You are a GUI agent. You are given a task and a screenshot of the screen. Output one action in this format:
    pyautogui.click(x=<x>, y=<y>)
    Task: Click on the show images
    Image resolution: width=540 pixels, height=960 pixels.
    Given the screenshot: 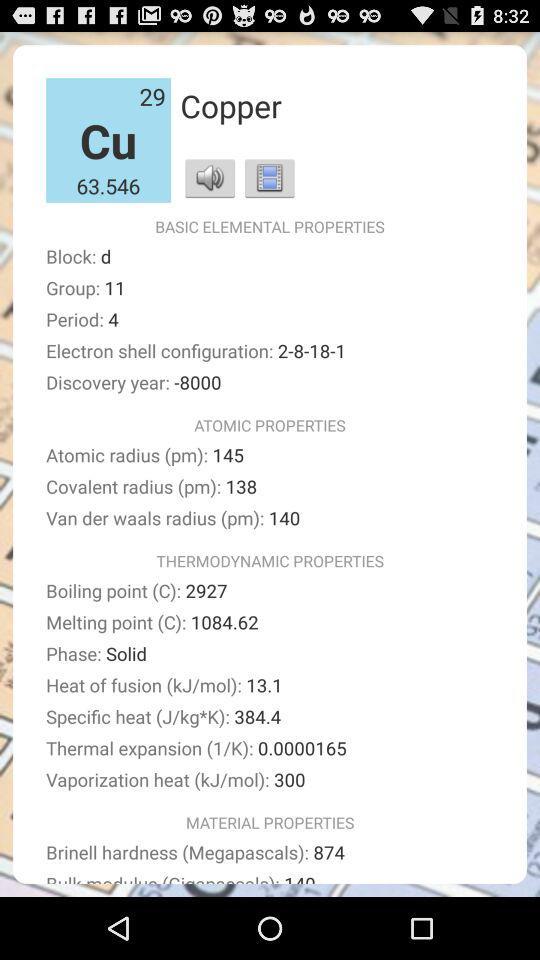 What is the action you would take?
    pyautogui.click(x=269, y=176)
    